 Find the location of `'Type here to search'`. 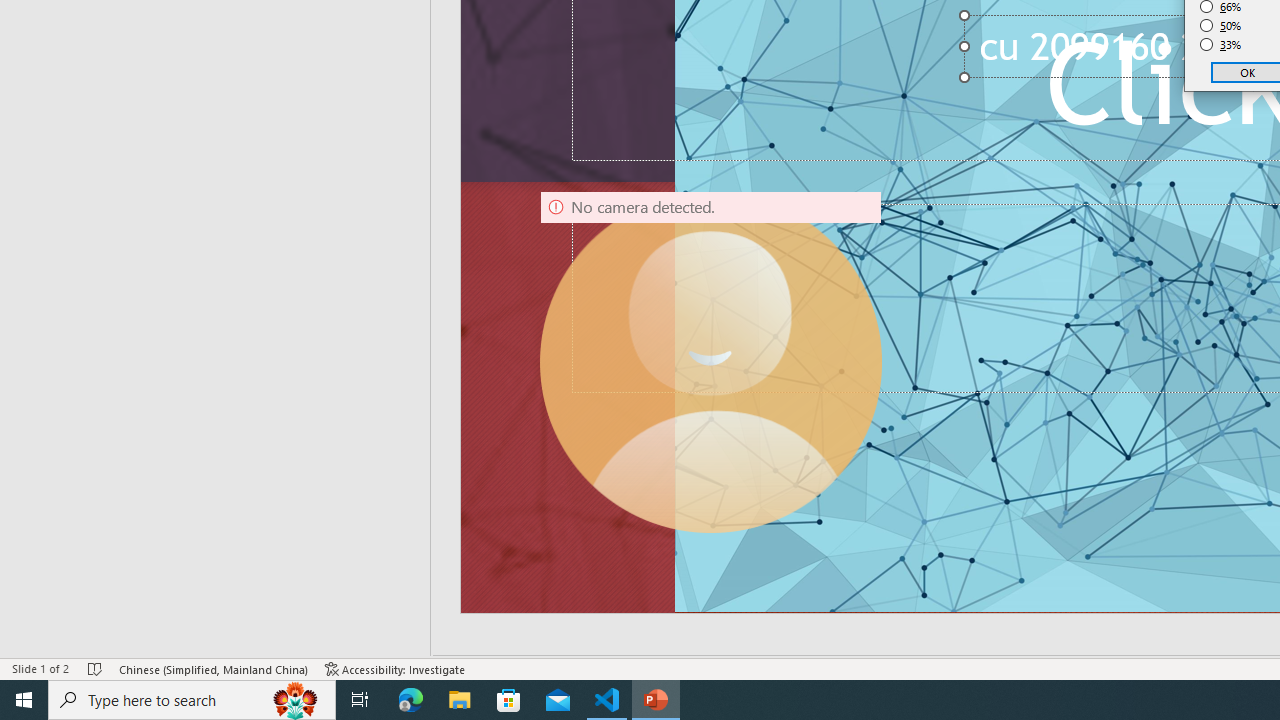

'Type here to search' is located at coordinates (192, 698).